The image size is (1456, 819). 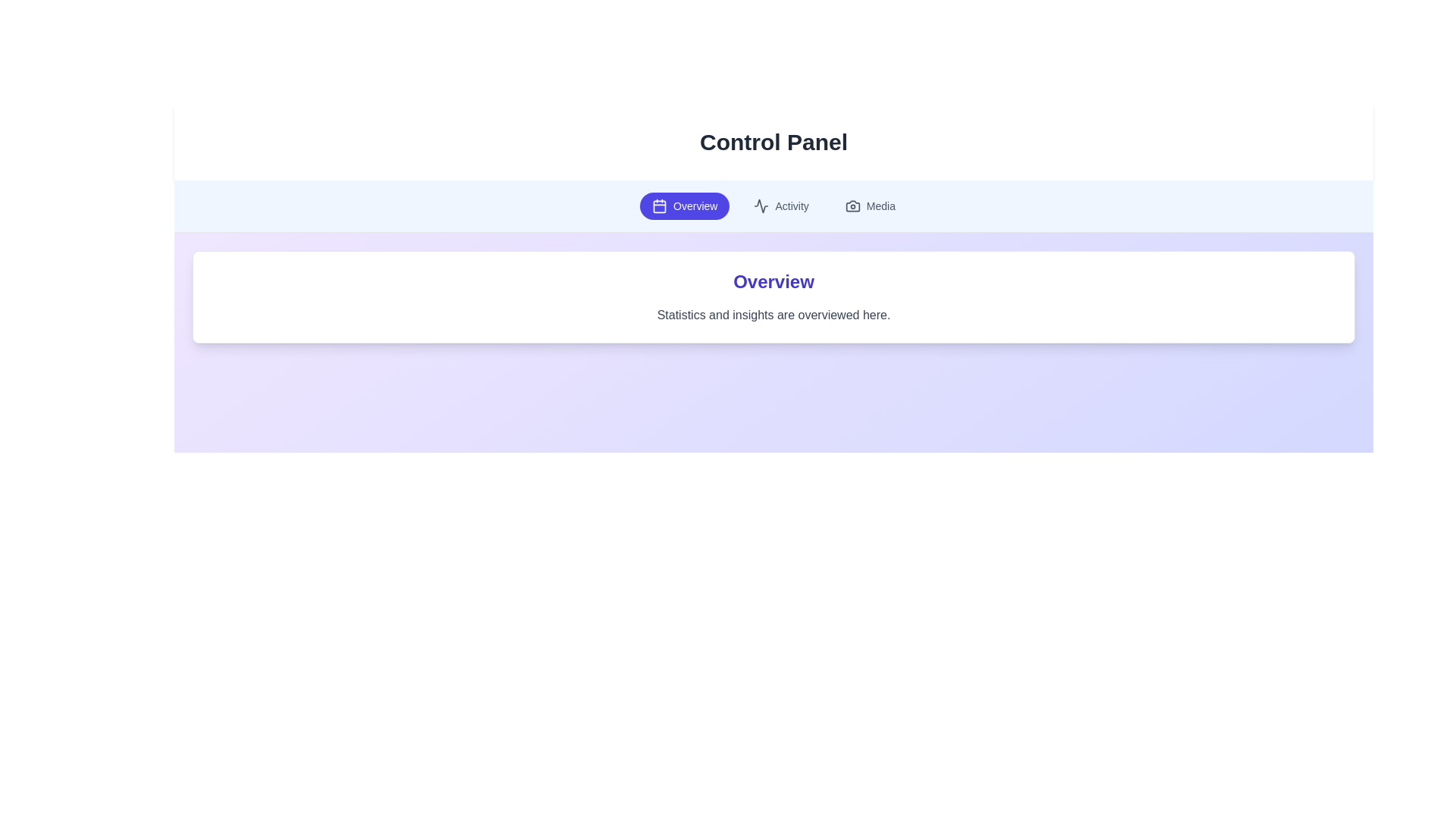 I want to click on the small calendar icon with thin strokes located within a rounded, blue background, which is part of the button labeled 'Overview', positioned to the left of the text 'Overview', so click(x=660, y=206).